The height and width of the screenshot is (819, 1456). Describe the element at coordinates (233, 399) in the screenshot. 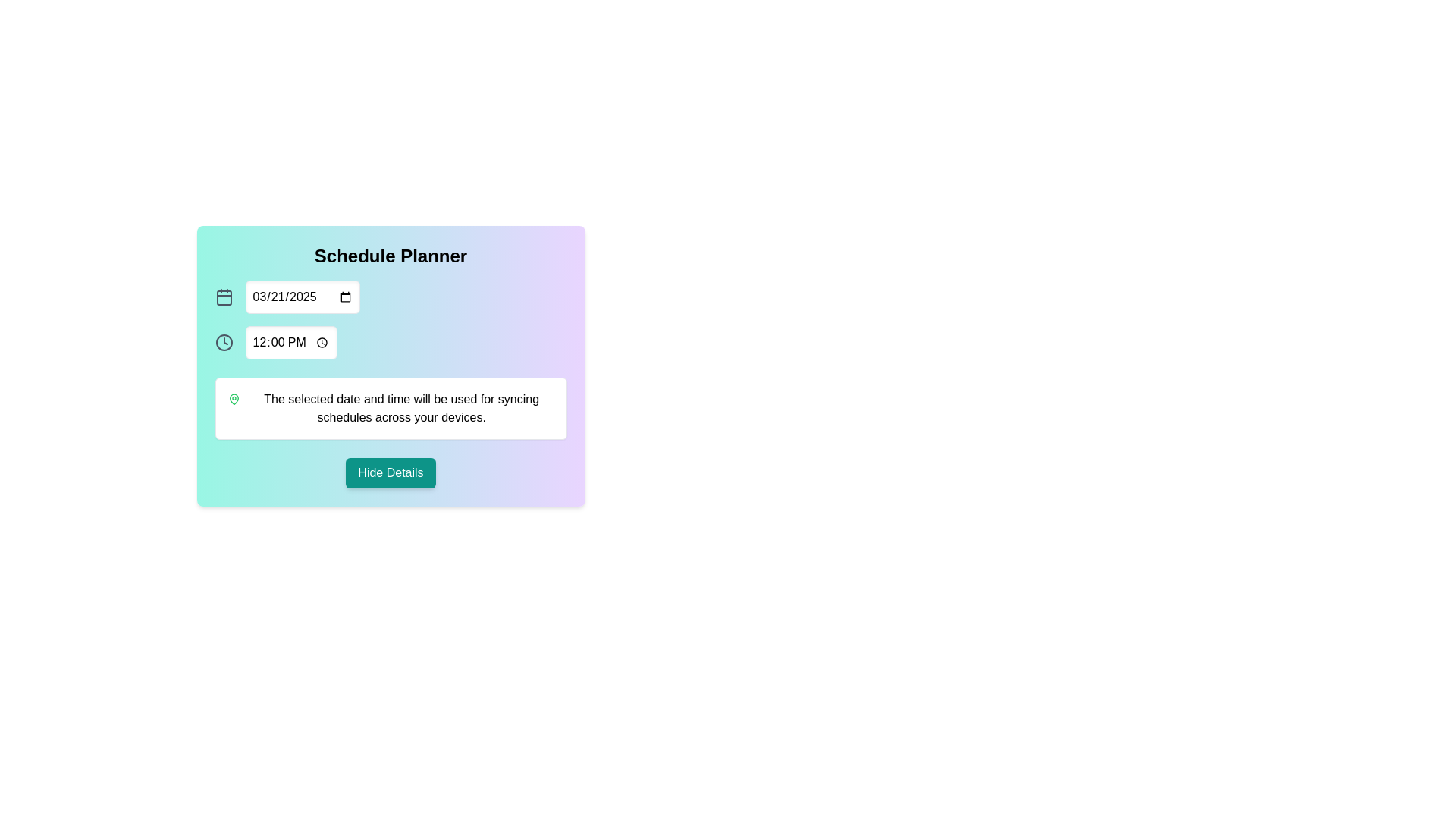

I see `the green pin-shaped icon located to the left of the text block 'The selected date and time will be used for syncing schedules across your devices.'` at that location.